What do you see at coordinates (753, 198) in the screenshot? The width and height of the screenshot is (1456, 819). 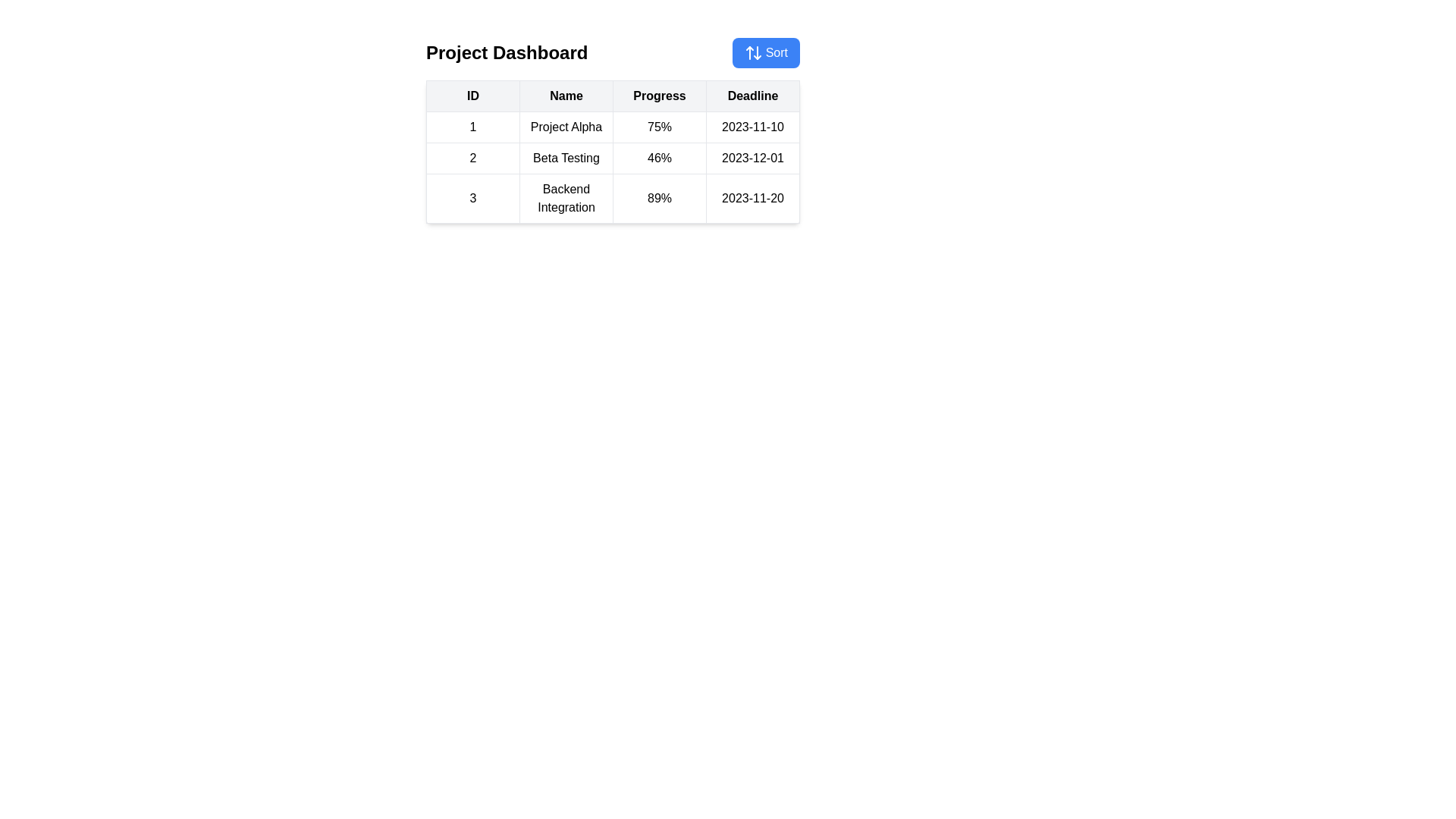 I see `the text display showing '2023-11-20' in the last column of the third row of the table, which represents the 'Deadline' field for the project with ID 3 labeled 'Backend Integration.'` at bounding box center [753, 198].